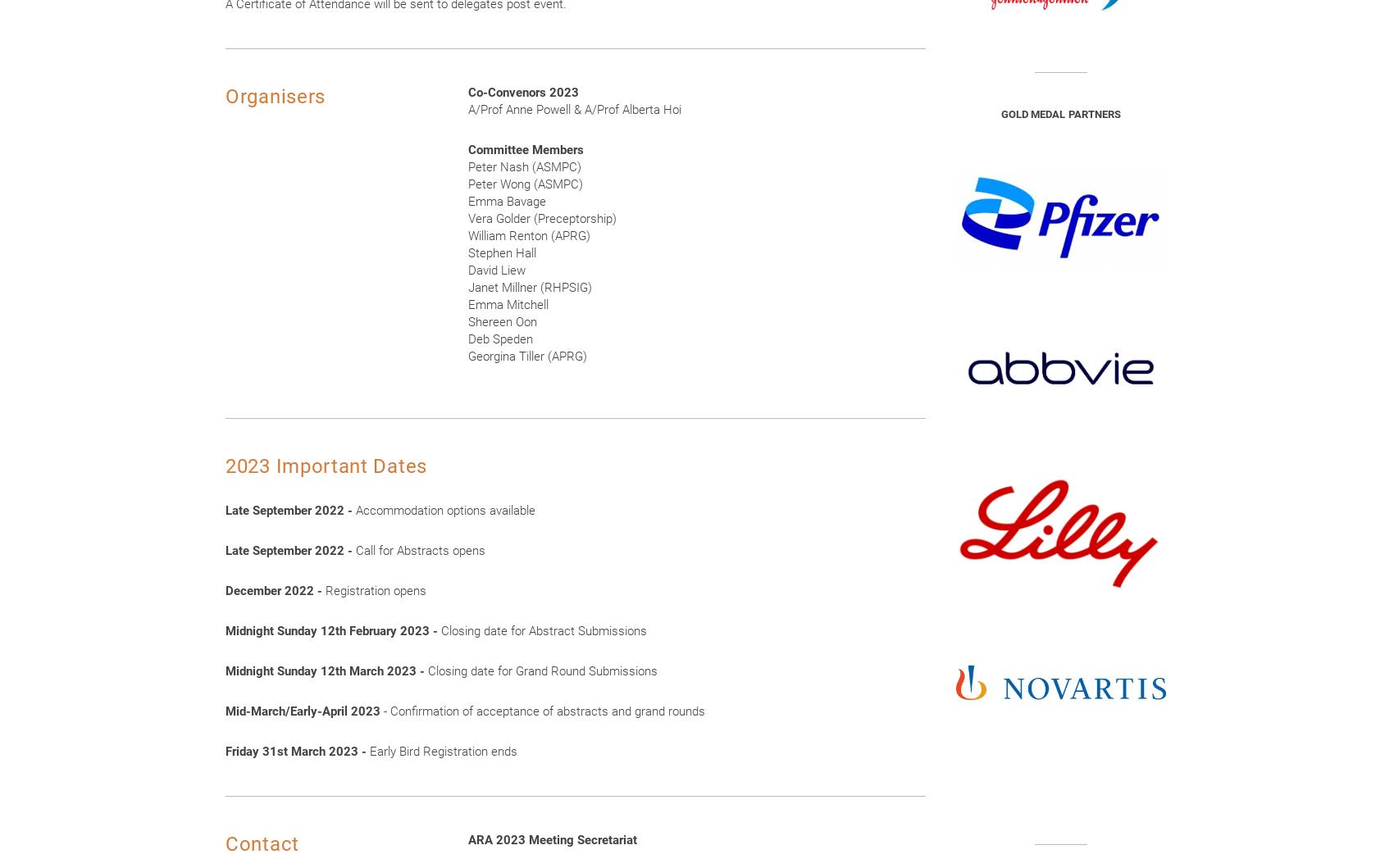 The width and height of the screenshot is (1394, 868). Describe the element at coordinates (384, 711) in the screenshot. I see `'- Confirmation of acceptance of abstracts and grand rounds'` at that location.